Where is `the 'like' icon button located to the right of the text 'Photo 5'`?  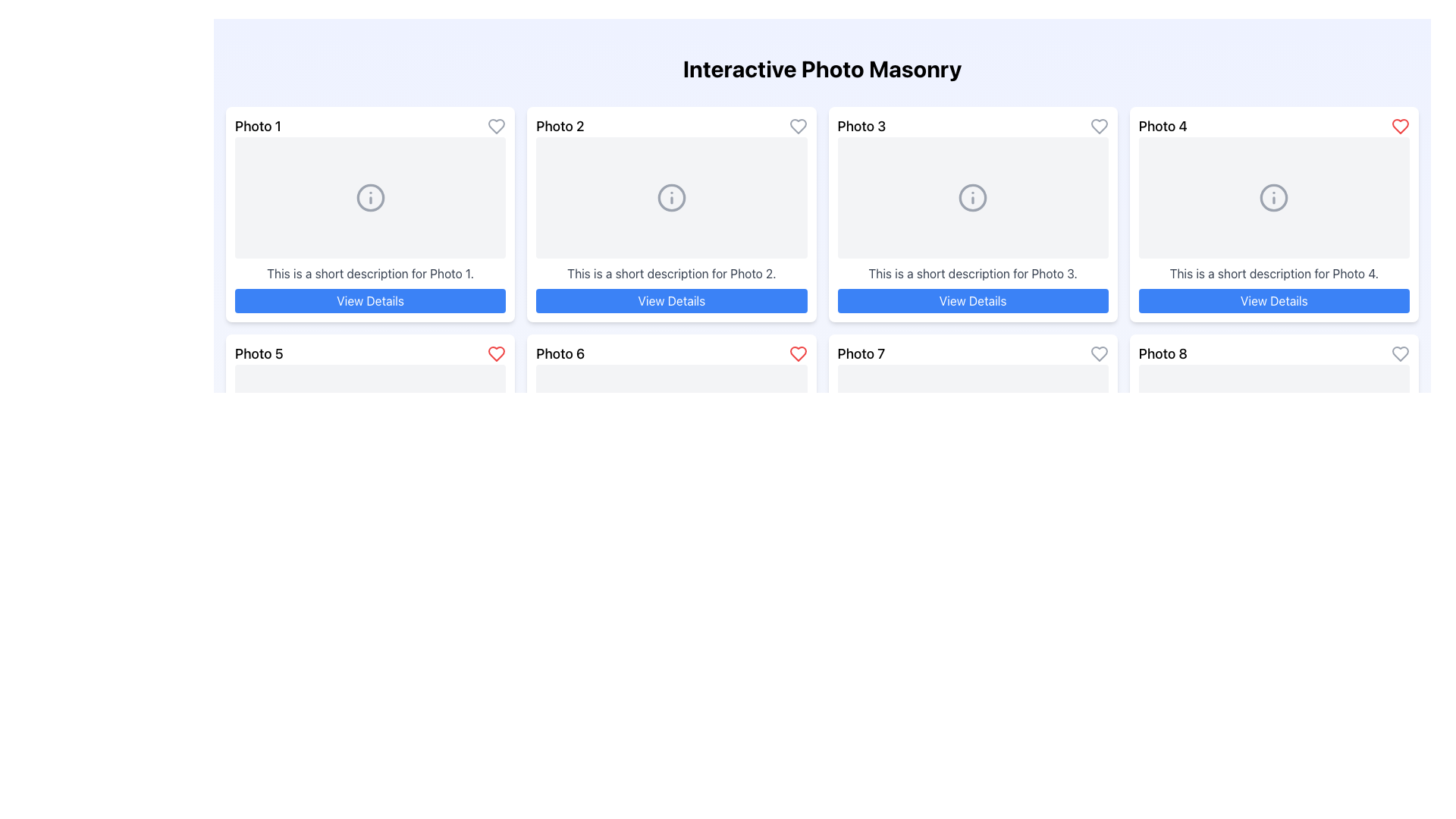
the 'like' icon button located to the right of the text 'Photo 5' is located at coordinates (496, 353).